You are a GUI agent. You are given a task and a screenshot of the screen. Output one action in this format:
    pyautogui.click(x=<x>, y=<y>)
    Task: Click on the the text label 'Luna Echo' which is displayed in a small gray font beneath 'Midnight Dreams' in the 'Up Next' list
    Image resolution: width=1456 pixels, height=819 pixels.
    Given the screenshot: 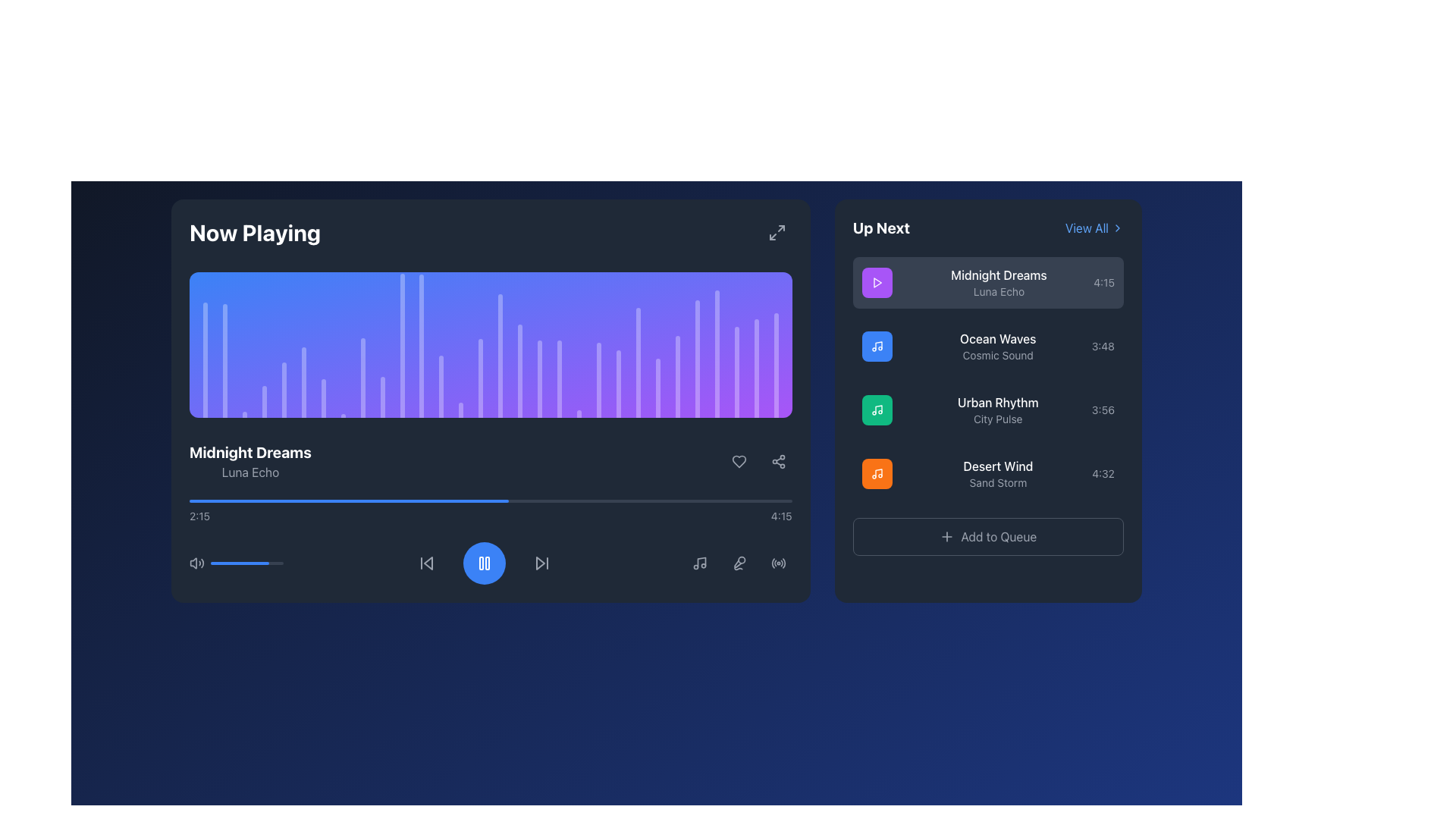 What is the action you would take?
    pyautogui.click(x=999, y=292)
    